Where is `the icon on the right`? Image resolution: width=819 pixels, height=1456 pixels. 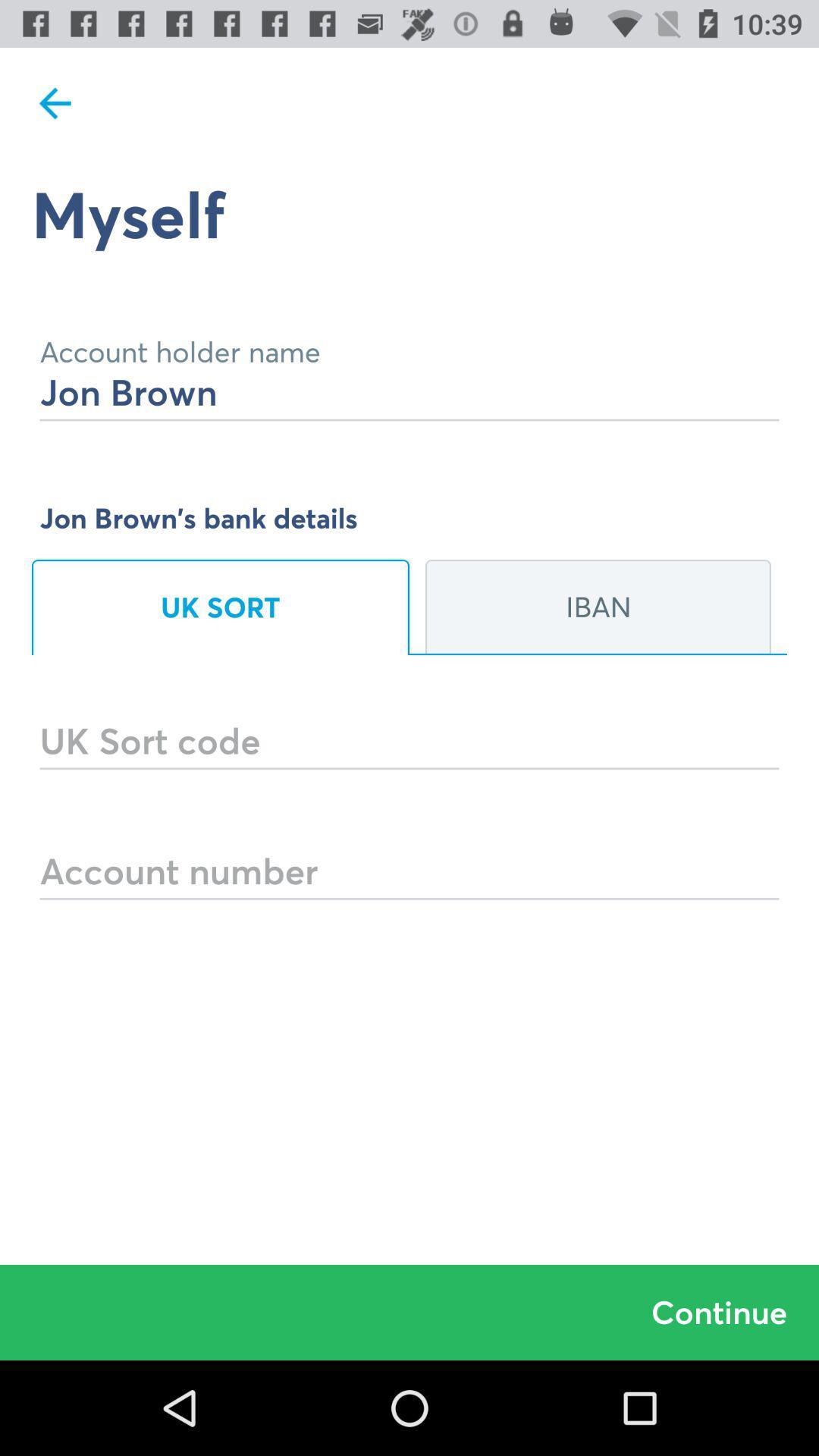 the icon on the right is located at coordinates (598, 607).